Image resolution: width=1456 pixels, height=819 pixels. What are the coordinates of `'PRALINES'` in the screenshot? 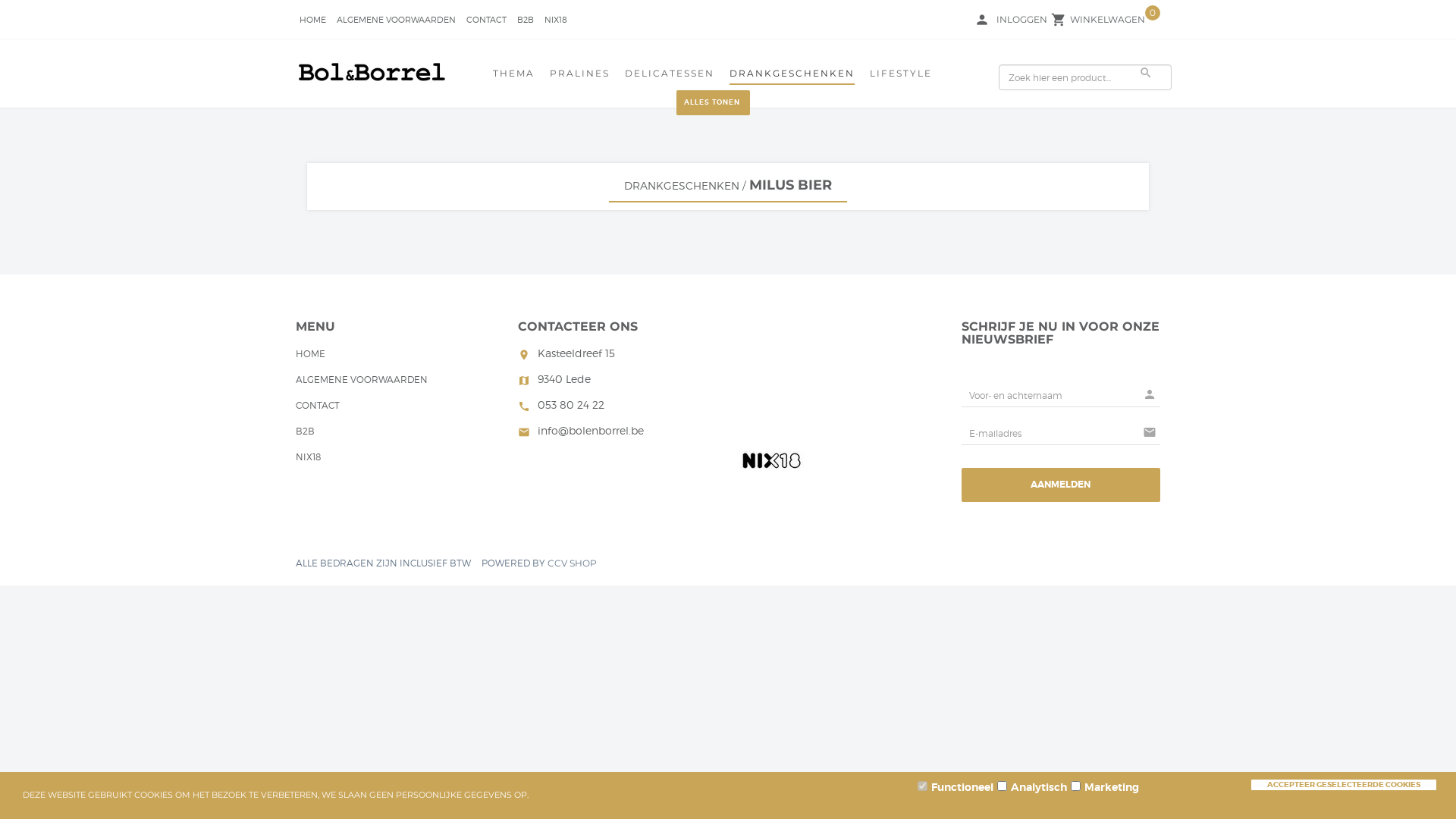 It's located at (548, 75).